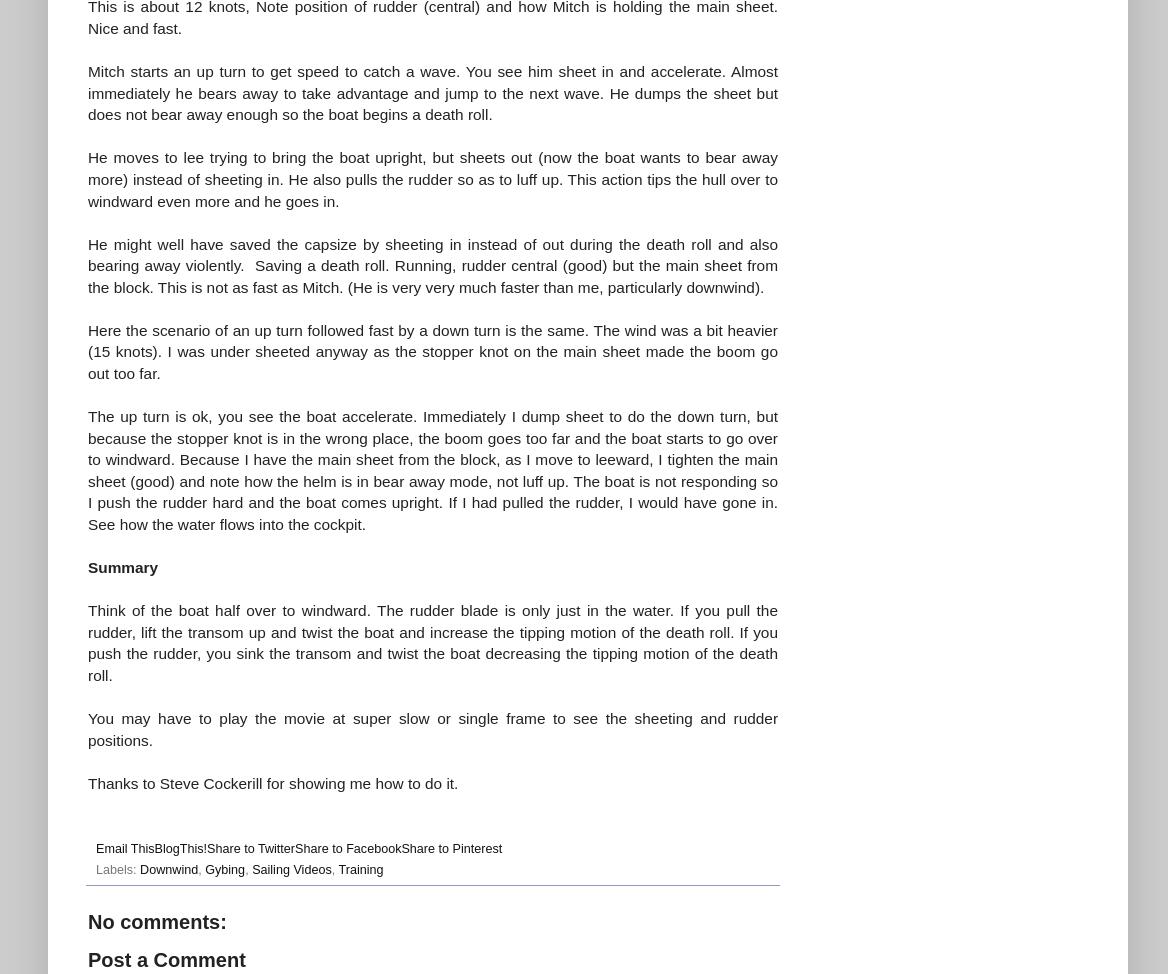 This screenshot has width=1168, height=974. What do you see at coordinates (451, 849) in the screenshot?
I see `'Share to Pinterest'` at bounding box center [451, 849].